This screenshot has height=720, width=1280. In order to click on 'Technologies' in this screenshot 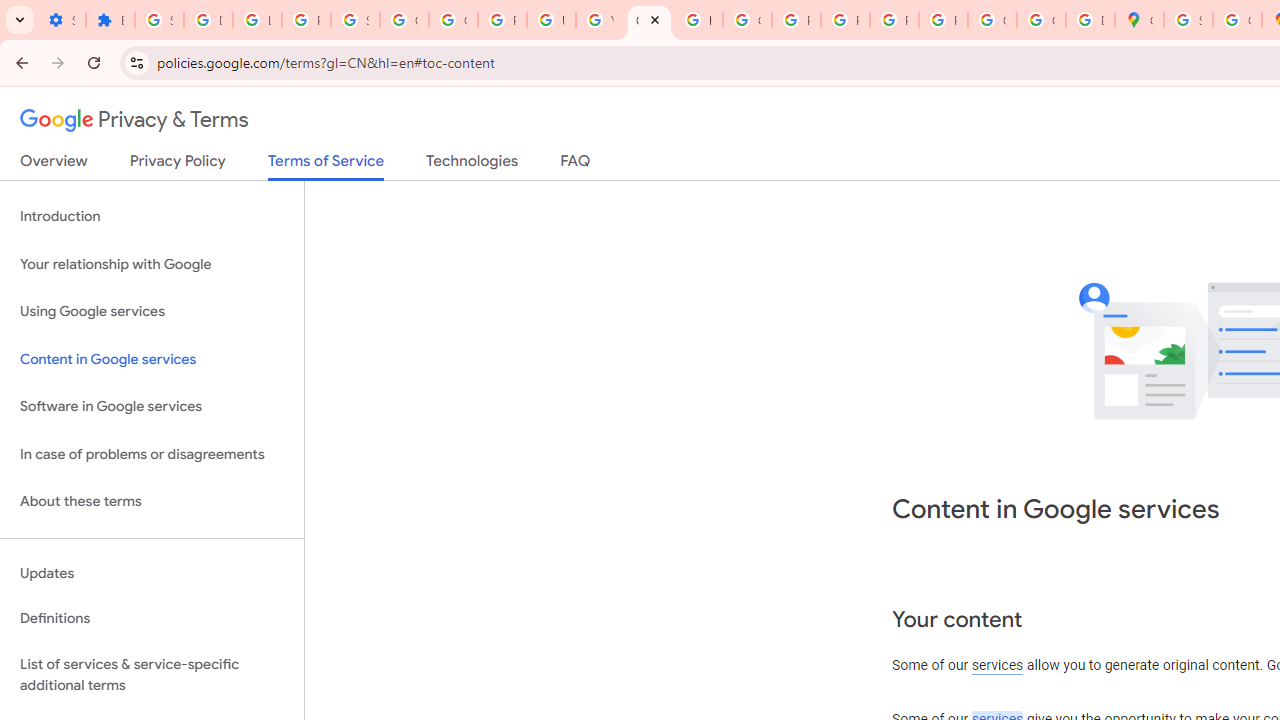, I will do `click(471, 164)`.